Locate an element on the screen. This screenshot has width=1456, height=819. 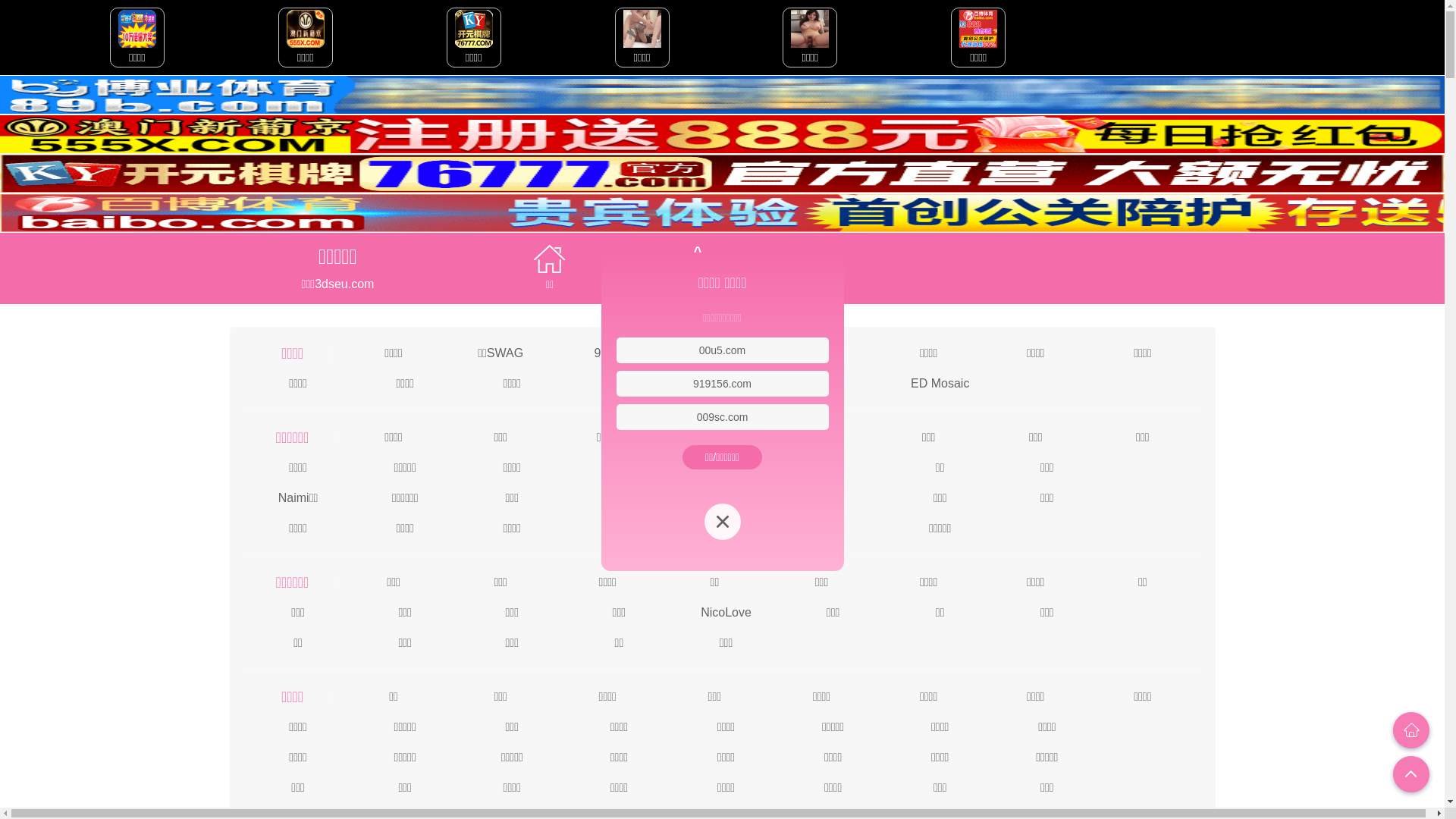
'00u5.com' is located at coordinates (721, 350).